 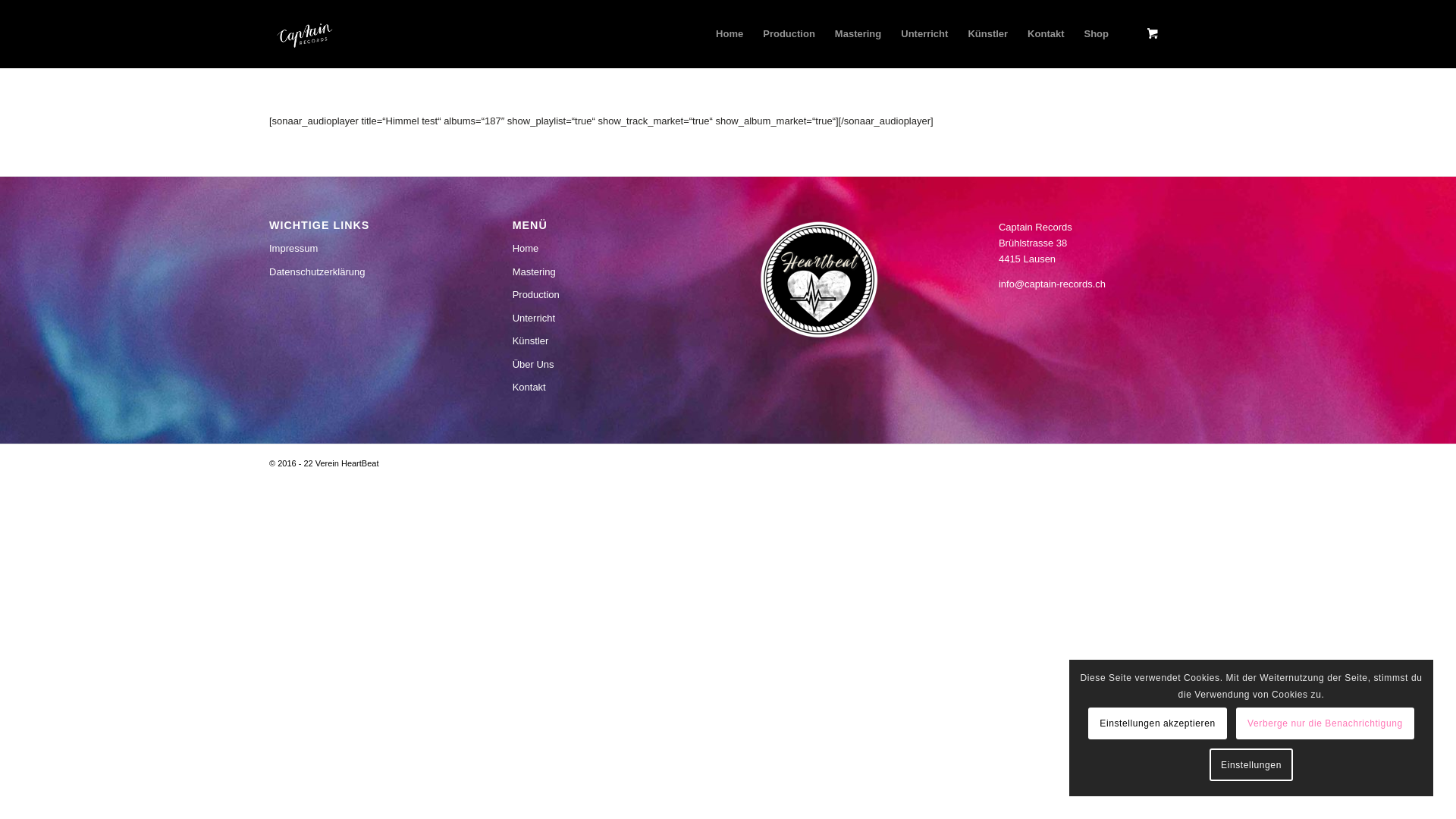 What do you see at coordinates (1208, 764) in the screenshot?
I see `'Einstellungen'` at bounding box center [1208, 764].